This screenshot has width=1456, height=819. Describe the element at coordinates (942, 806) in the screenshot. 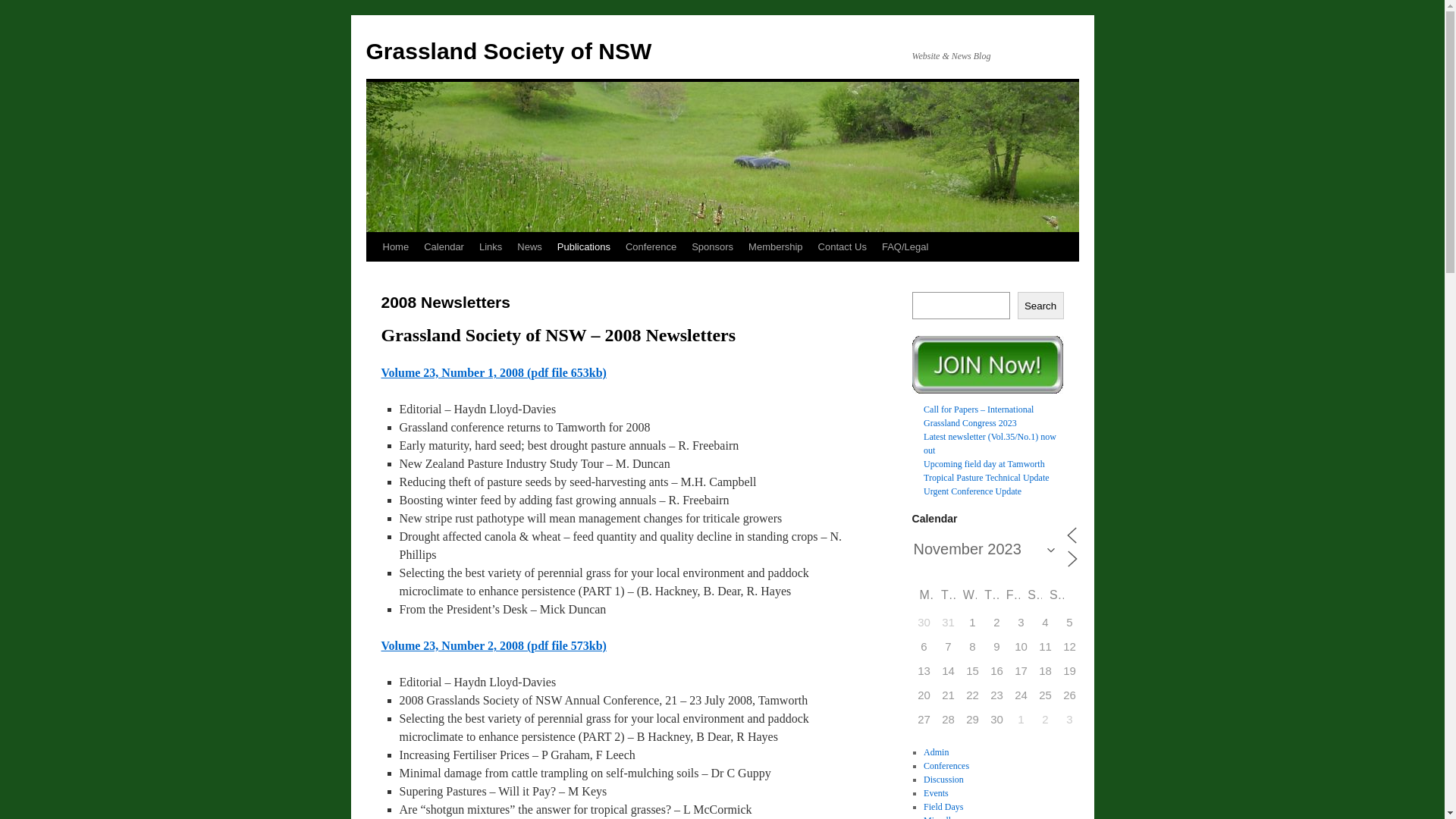

I see `'Field Days'` at that location.